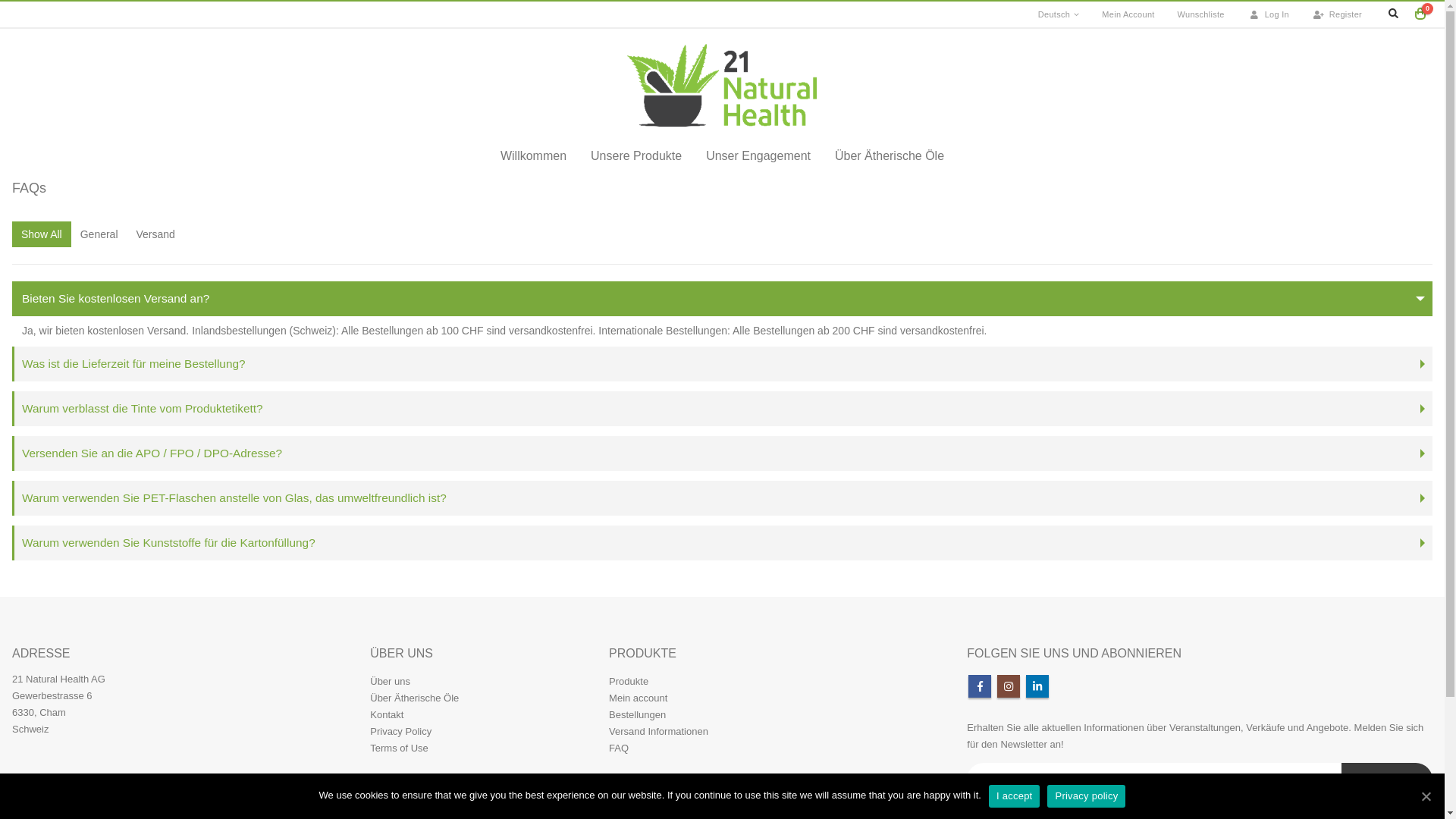  Describe the element at coordinates (629, 680) in the screenshot. I see `'Produkte'` at that location.